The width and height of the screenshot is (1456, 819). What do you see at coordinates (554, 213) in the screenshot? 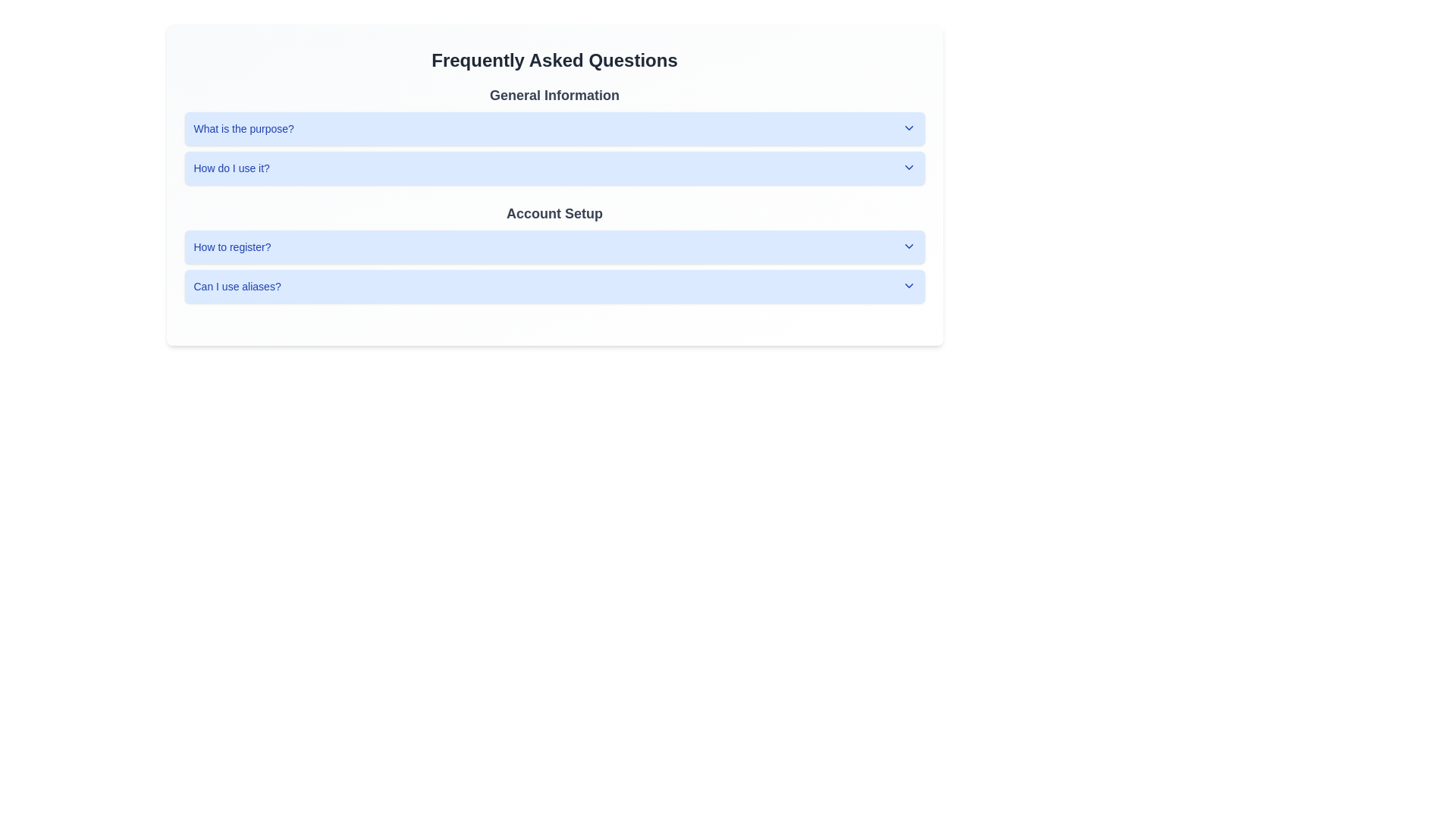
I see `the static text element labeled 'Account Setup', which is styled in bold with a larger gray font and is the title of the second accordion menu item` at bounding box center [554, 213].